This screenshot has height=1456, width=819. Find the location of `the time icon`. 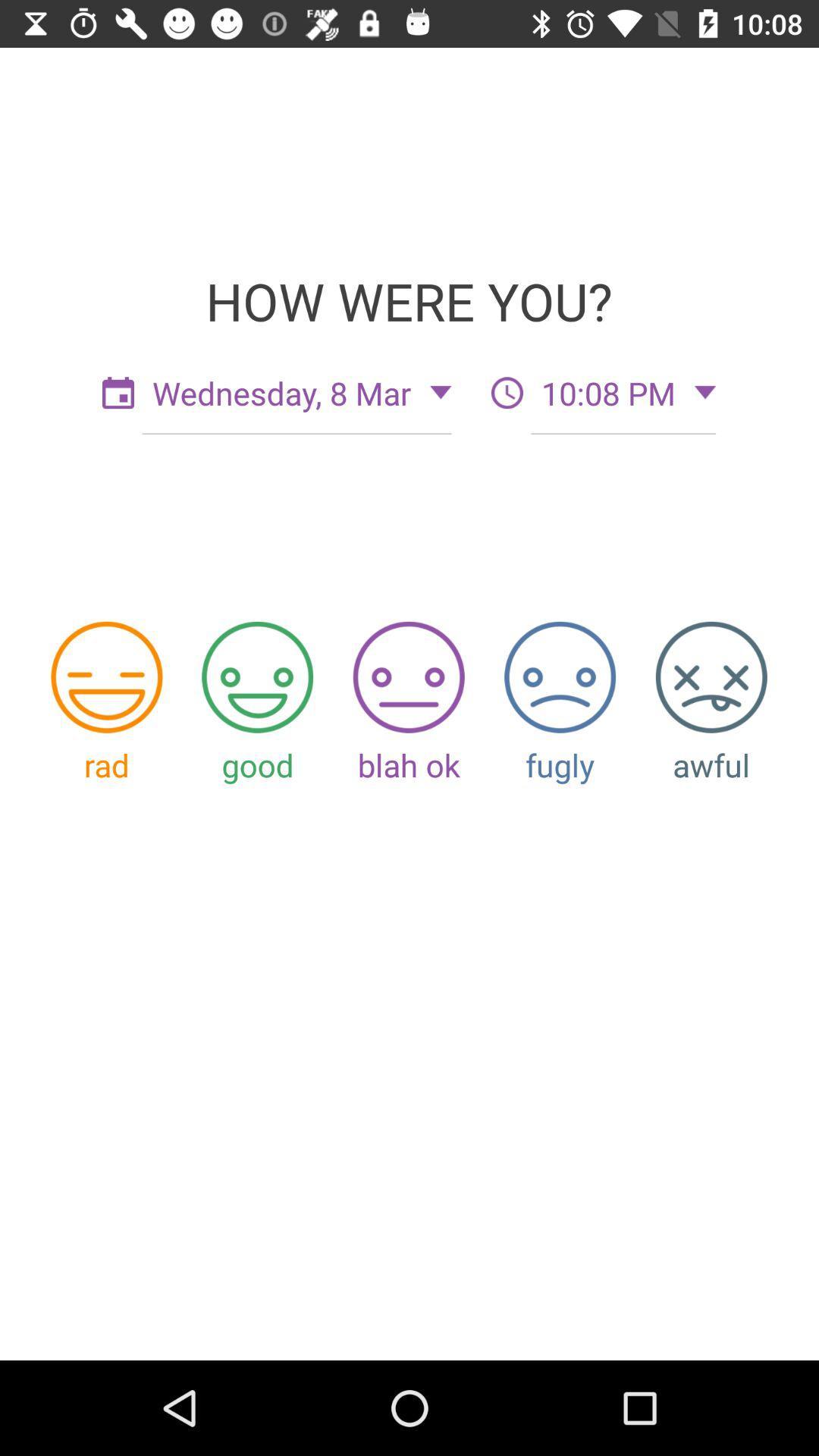

the time icon is located at coordinates (507, 393).